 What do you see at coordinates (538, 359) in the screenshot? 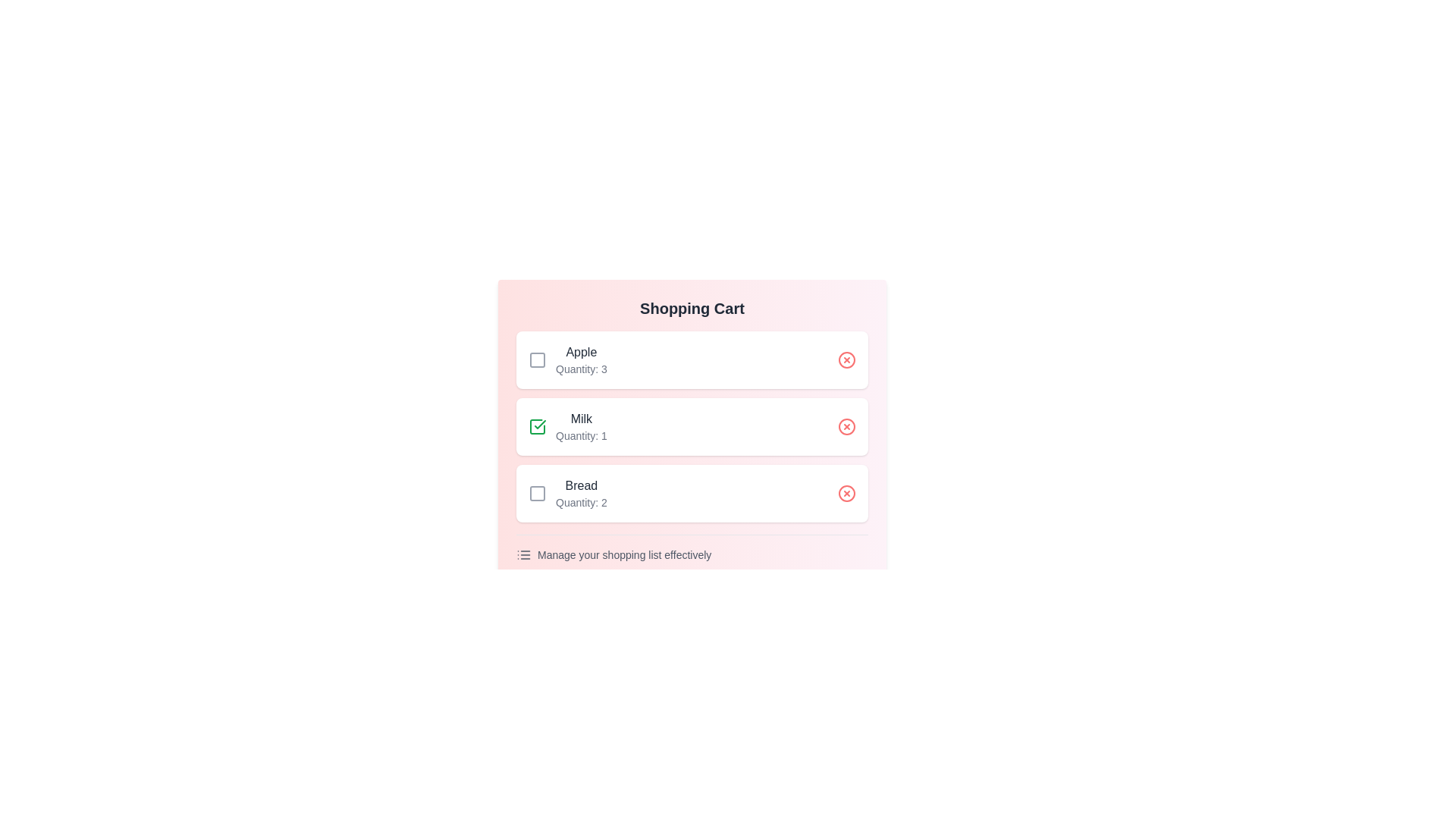
I see `checkbox for the item titled Apple to toggle its bought status` at bounding box center [538, 359].